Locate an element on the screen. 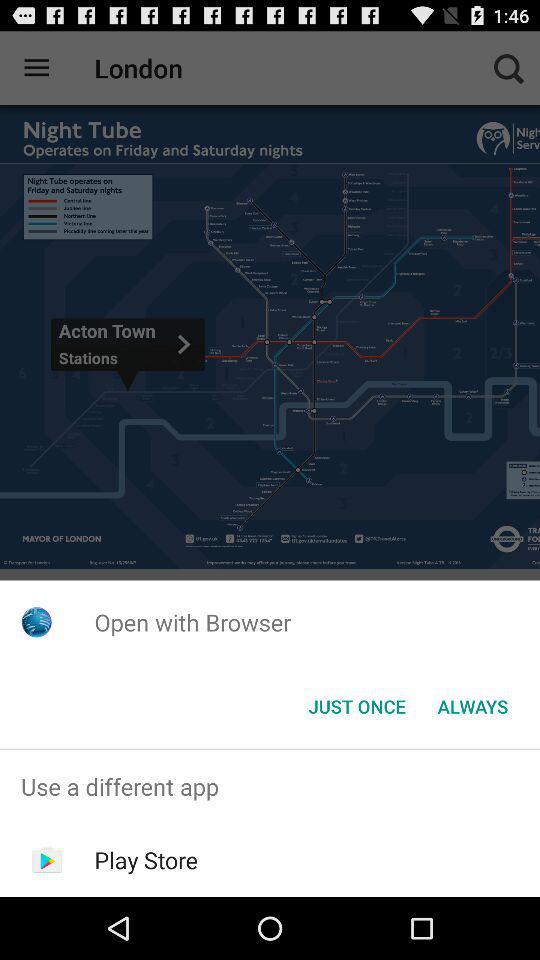 The width and height of the screenshot is (540, 960). the use a different is located at coordinates (270, 786).